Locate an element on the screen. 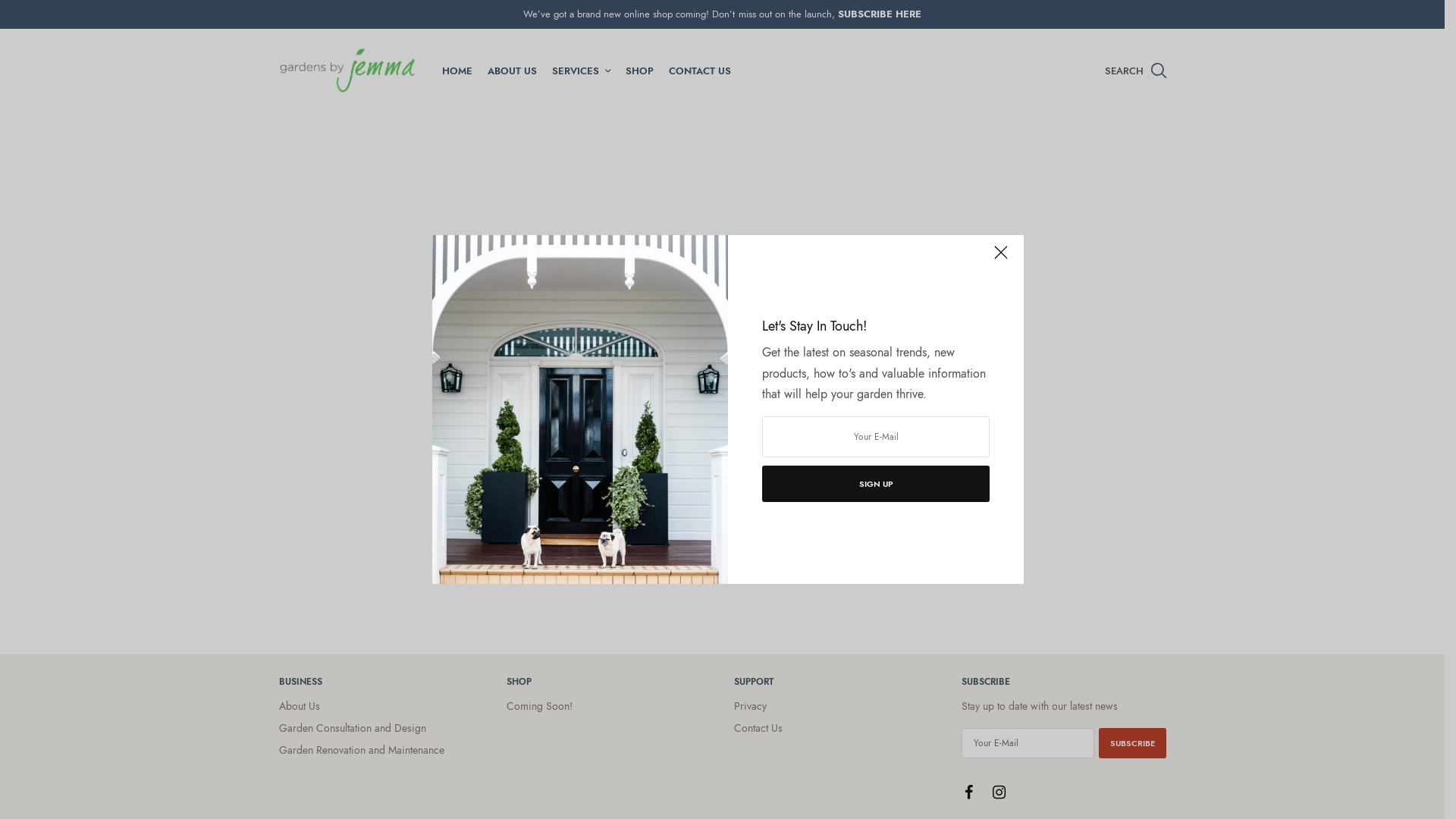  'SERVICES' is located at coordinates (580, 71).